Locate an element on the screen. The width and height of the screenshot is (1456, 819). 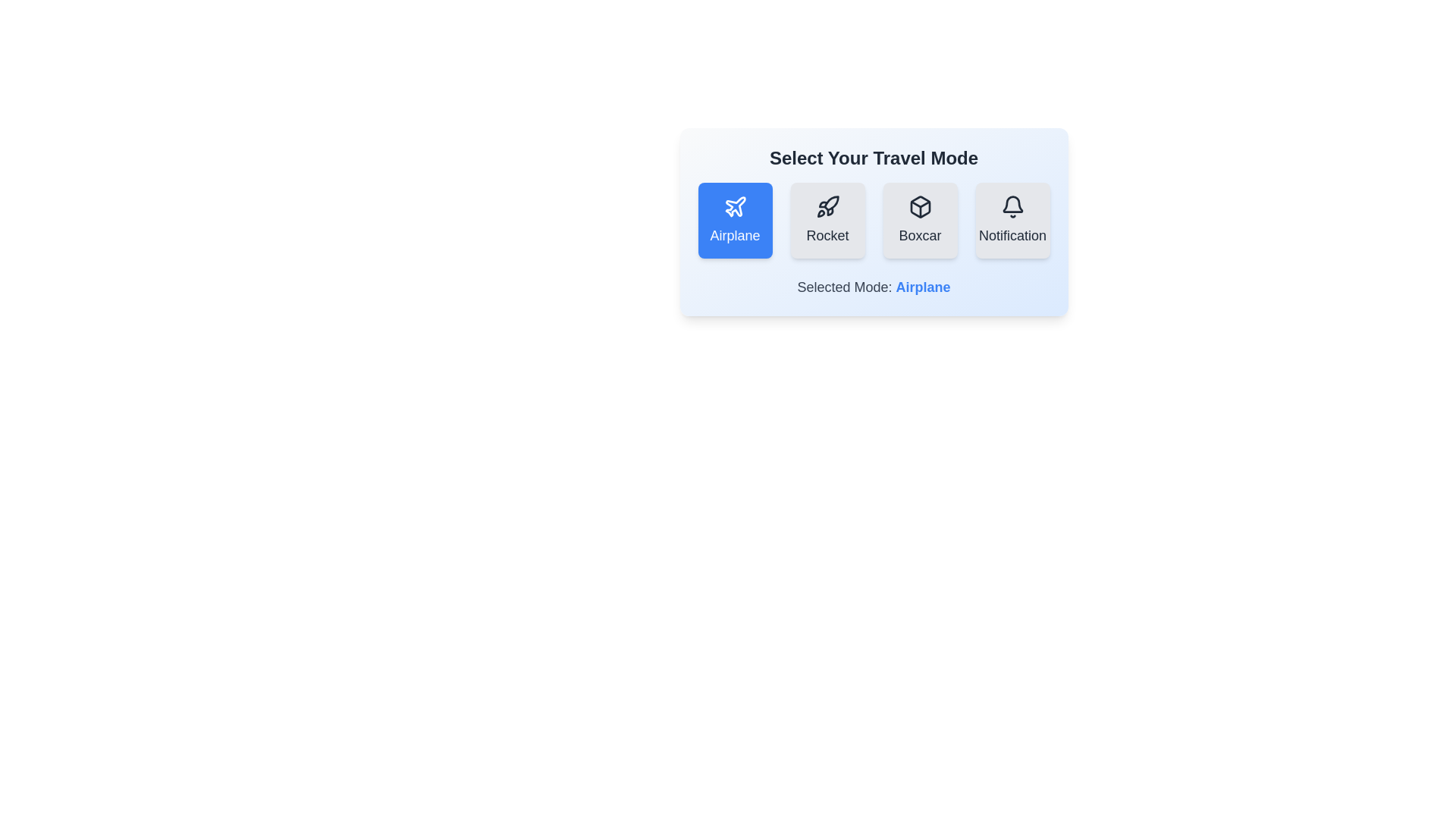
the button corresponding to the travel mode Rocket is located at coordinates (827, 220).